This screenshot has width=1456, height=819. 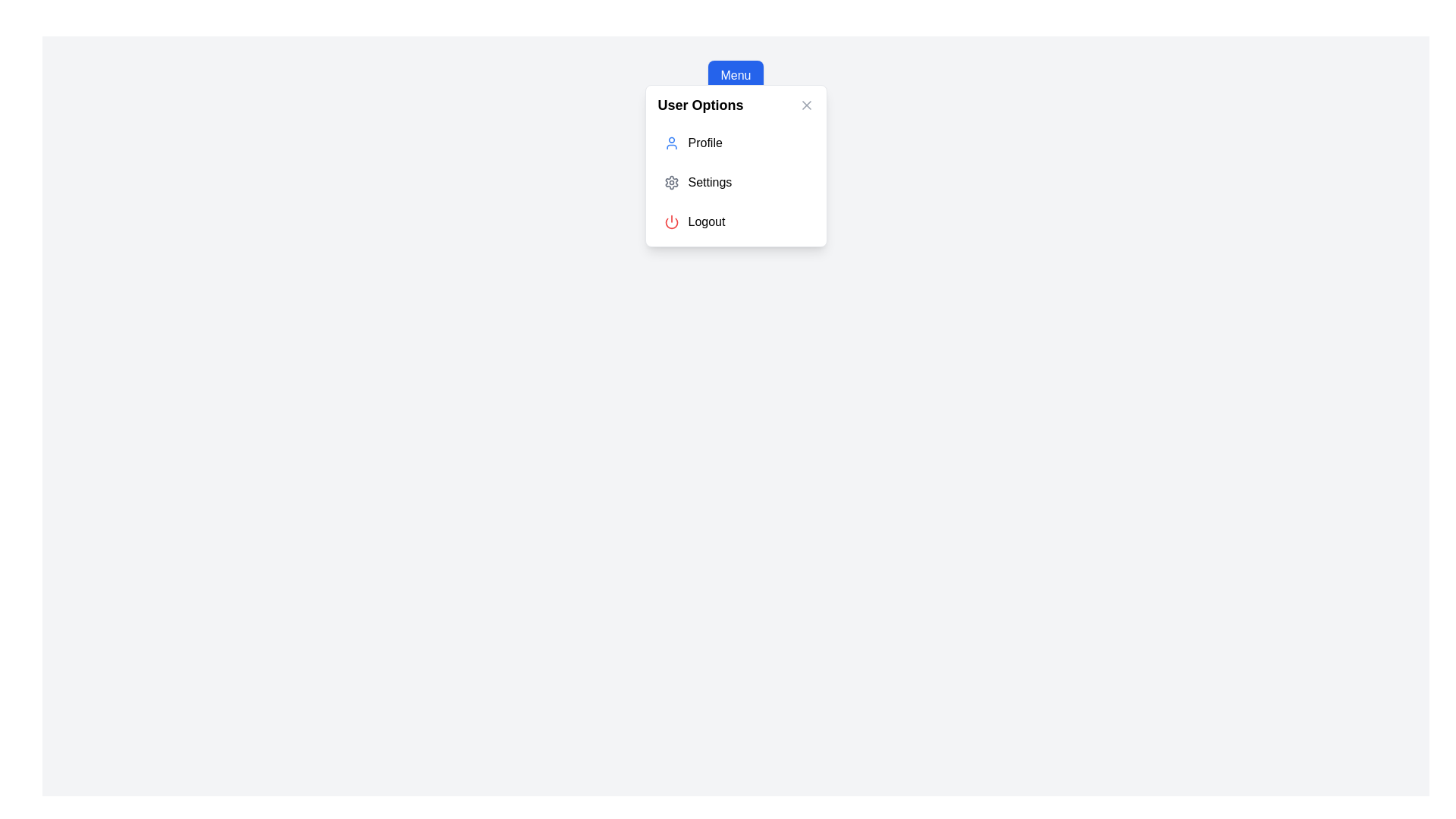 I want to click on the user profile action button located at the top of the 'User Options' menu, so click(x=736, y=143).